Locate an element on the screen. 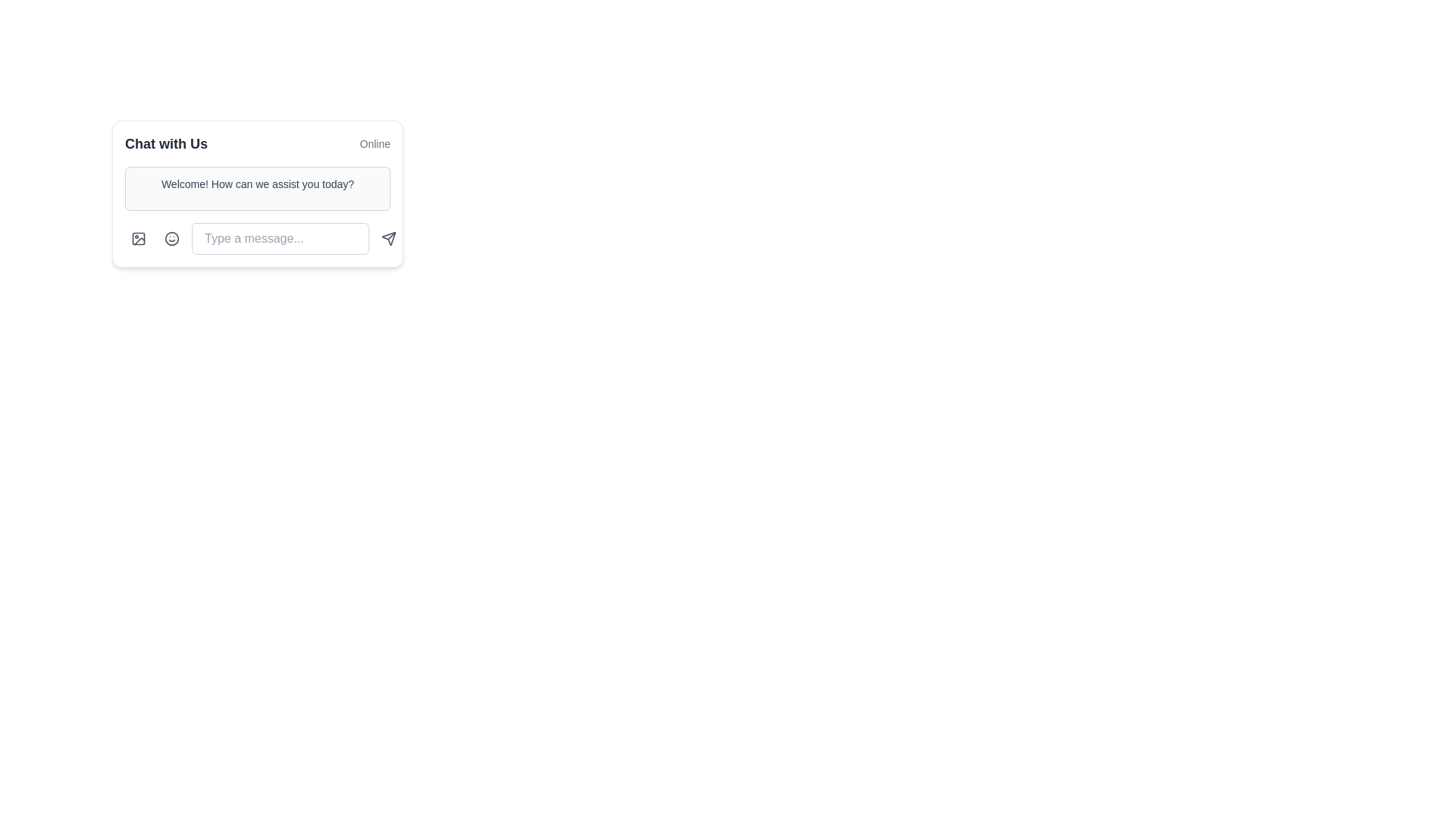 This screenshot has height=819, width=1456. the 'Send' button, which is a small triangular icon resembling a paper airplane, located at the rightmost side of the input box in the chat widget is located at coordinates (389, 239).